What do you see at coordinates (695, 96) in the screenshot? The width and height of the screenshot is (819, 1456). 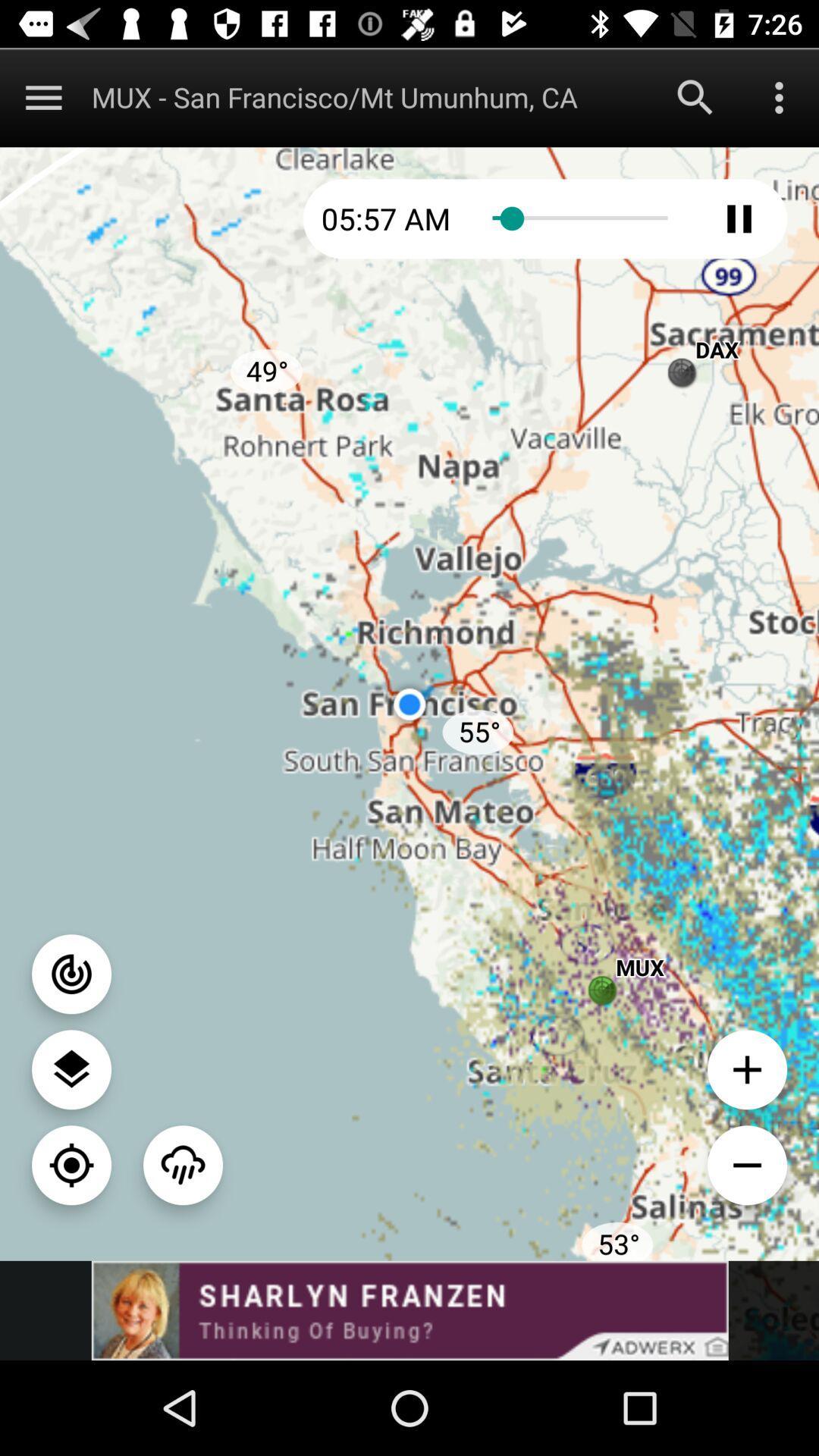 I see `search button` at bounding box center [695, 96].